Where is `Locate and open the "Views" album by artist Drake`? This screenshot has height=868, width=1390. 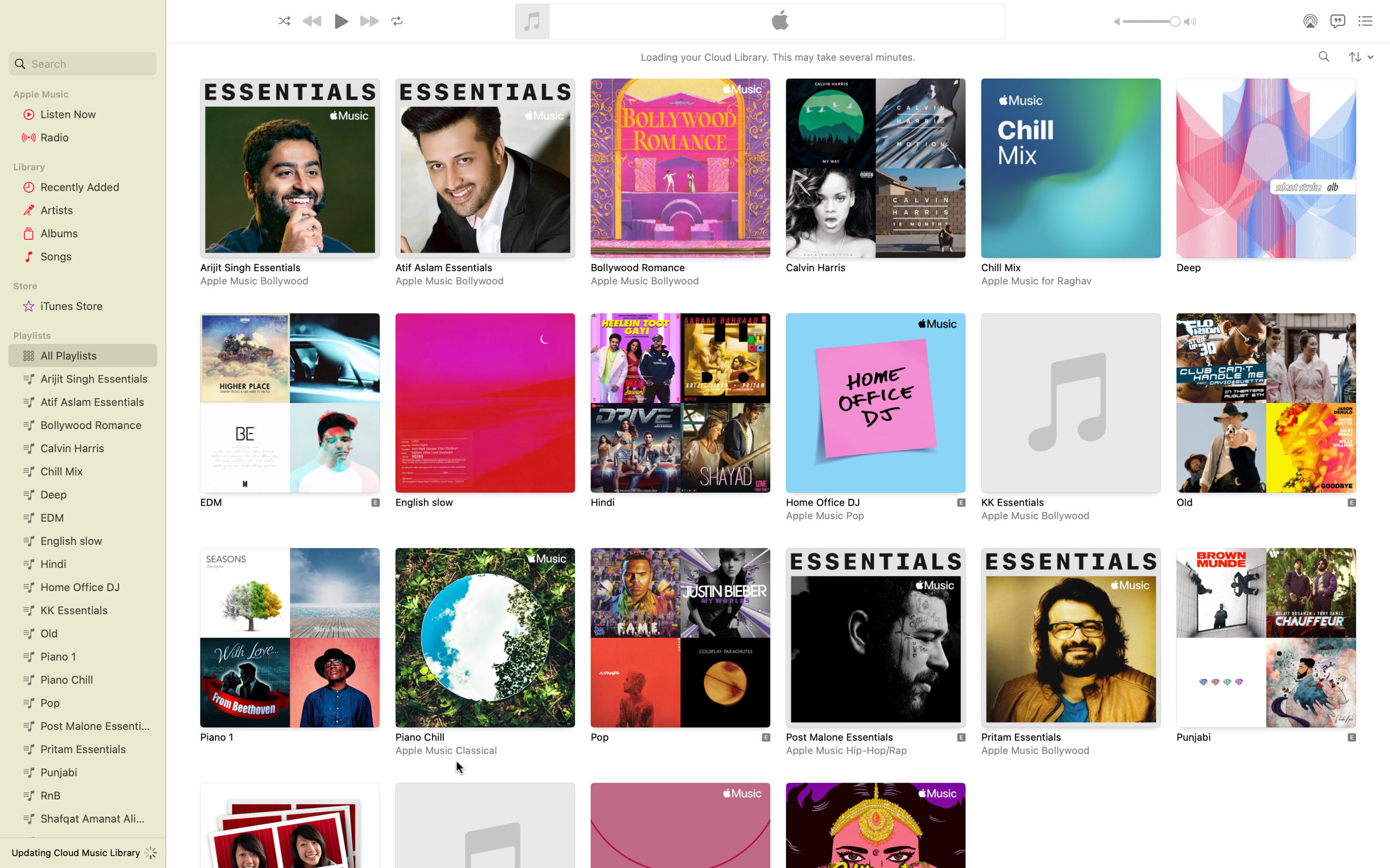 Locate and open the "Views" album by artist Drake is located at coordinates (1324, 57).